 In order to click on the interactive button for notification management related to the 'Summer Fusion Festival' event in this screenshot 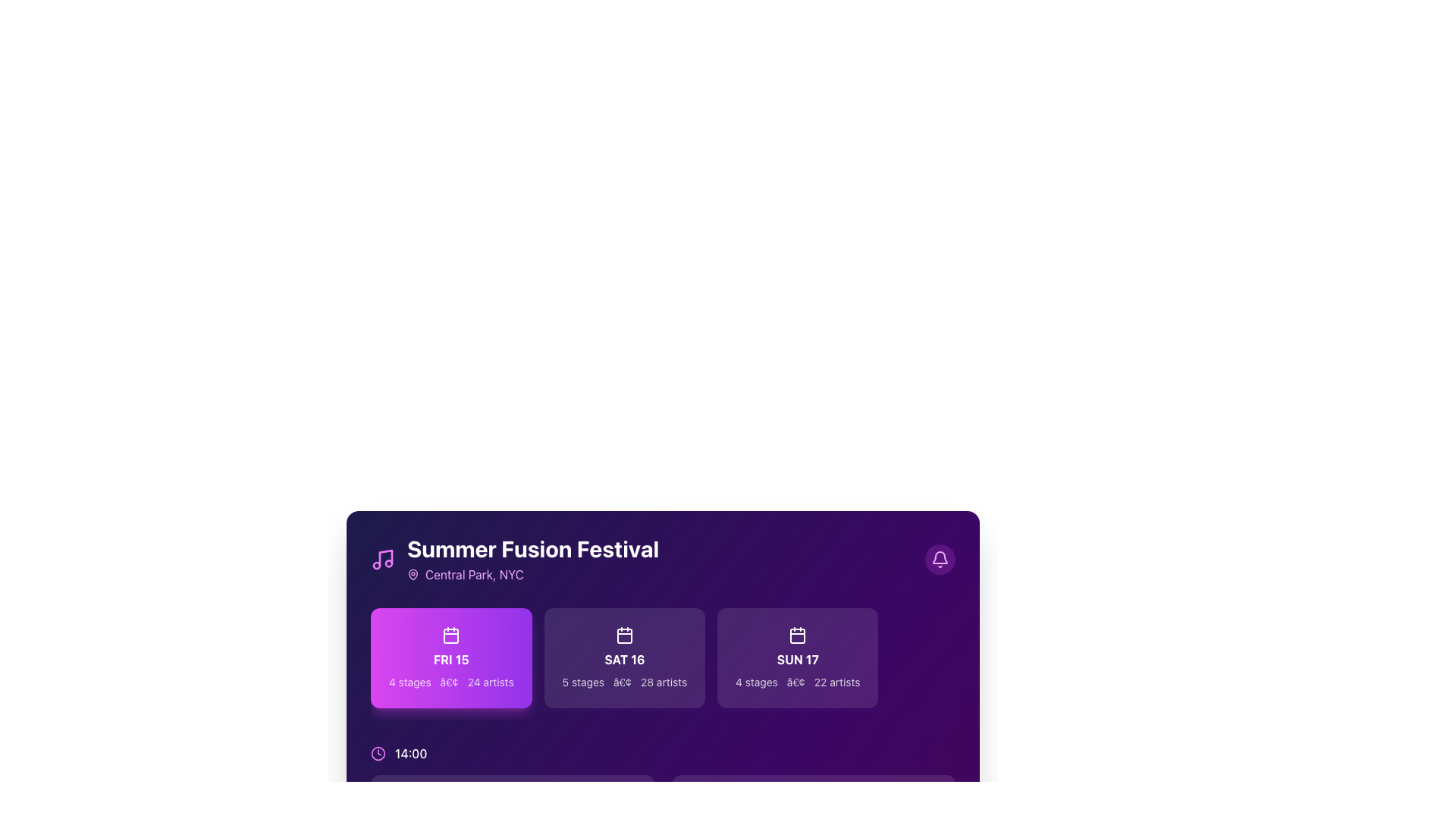, I will do `click(939, 559)`.